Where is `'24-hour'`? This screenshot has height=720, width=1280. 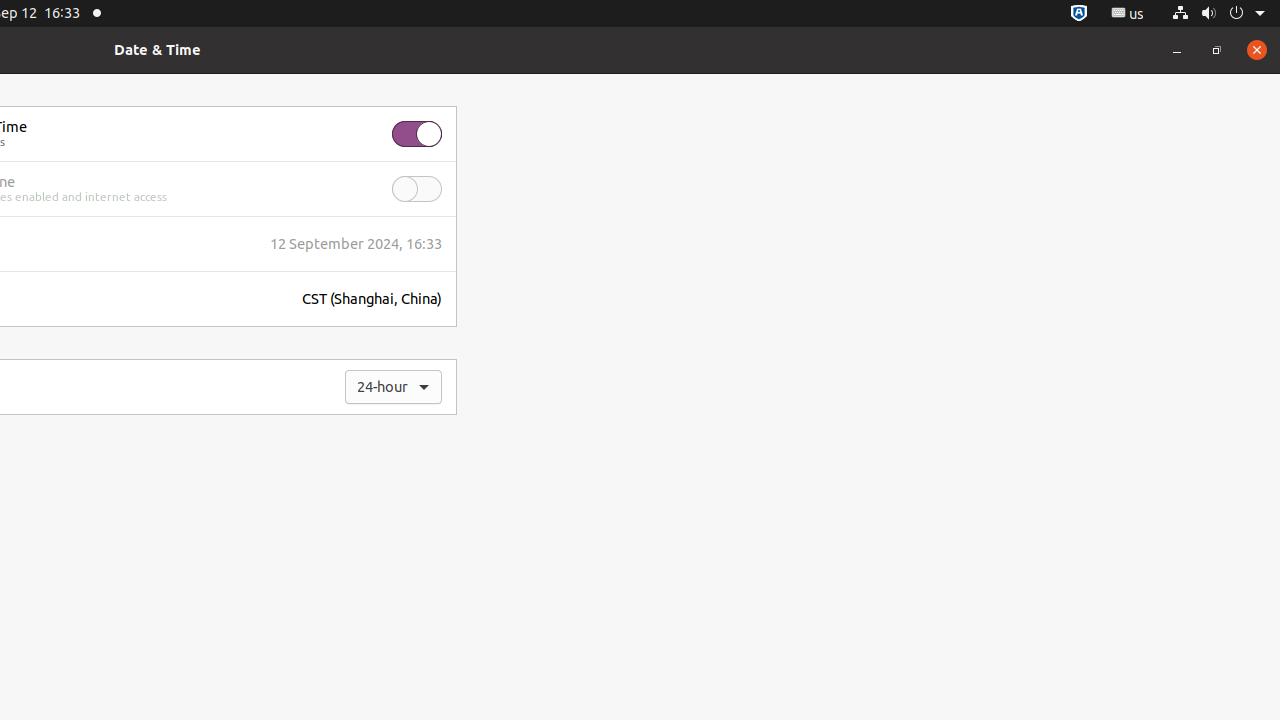 '24-hour' is located at coordinates (393, 387).